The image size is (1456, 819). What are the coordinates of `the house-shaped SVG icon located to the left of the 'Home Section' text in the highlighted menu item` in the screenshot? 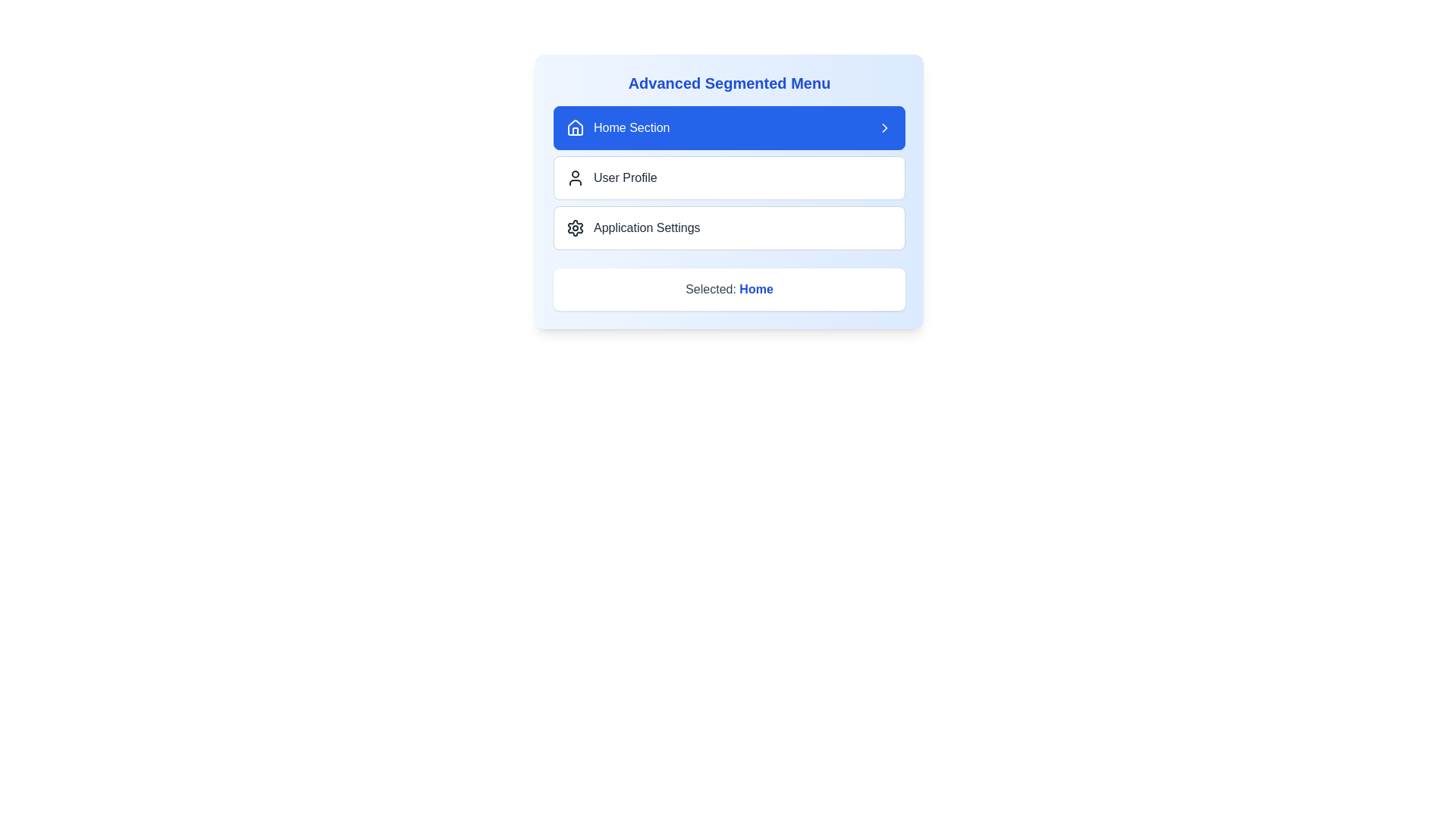 It's located at (574, 127).